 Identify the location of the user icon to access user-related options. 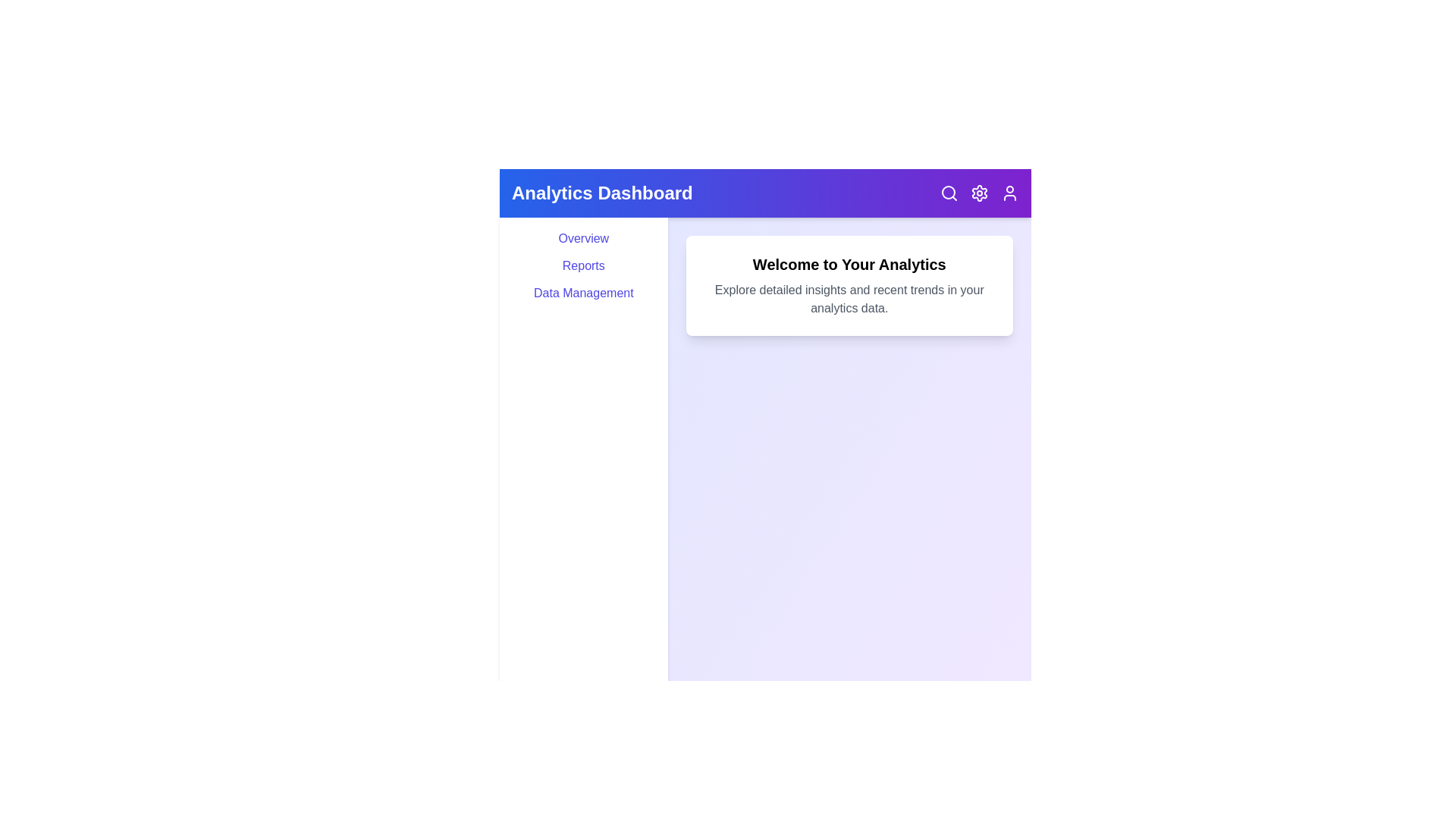
(1009, 192).